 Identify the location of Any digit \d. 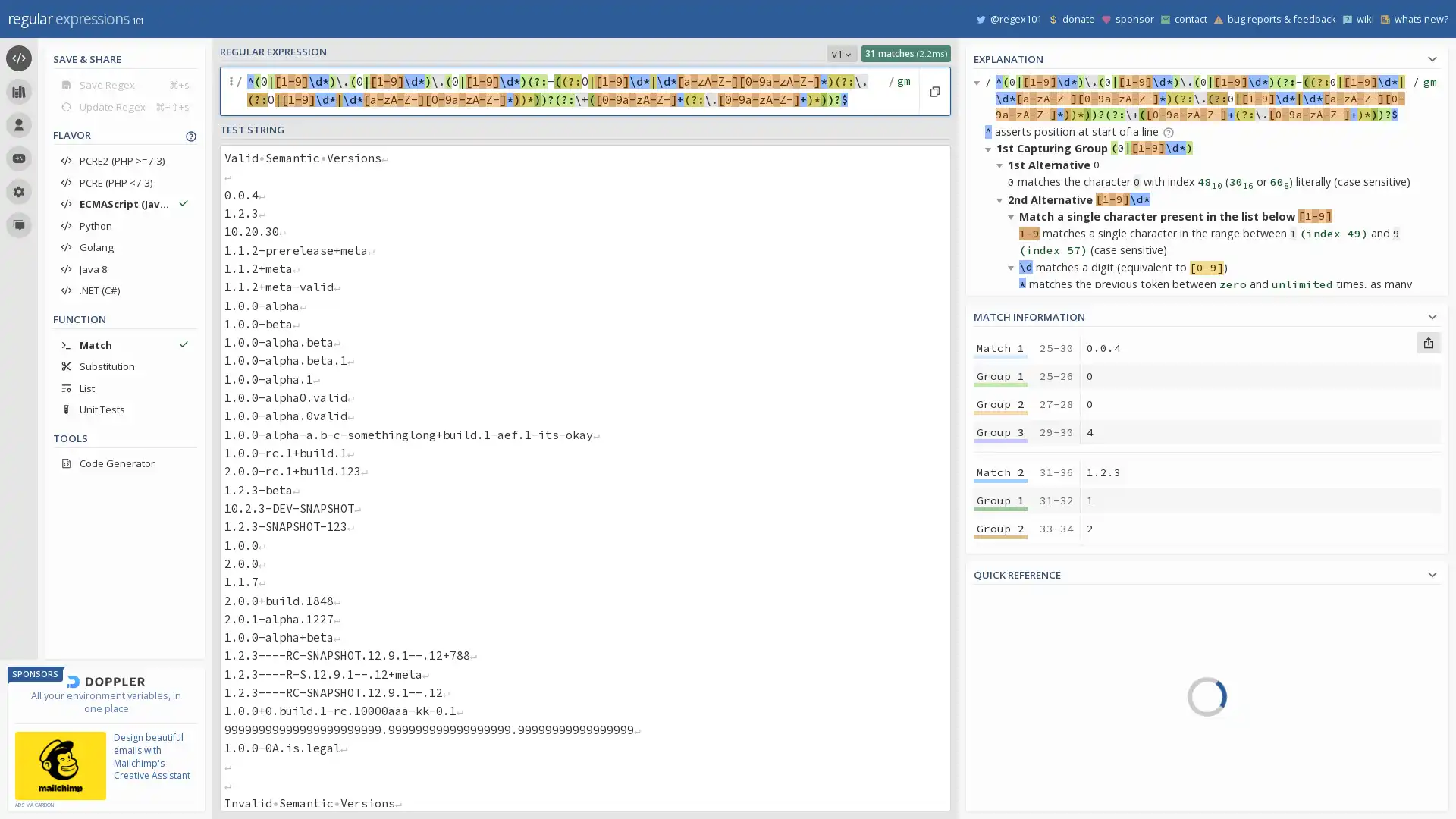
(1282, 794).